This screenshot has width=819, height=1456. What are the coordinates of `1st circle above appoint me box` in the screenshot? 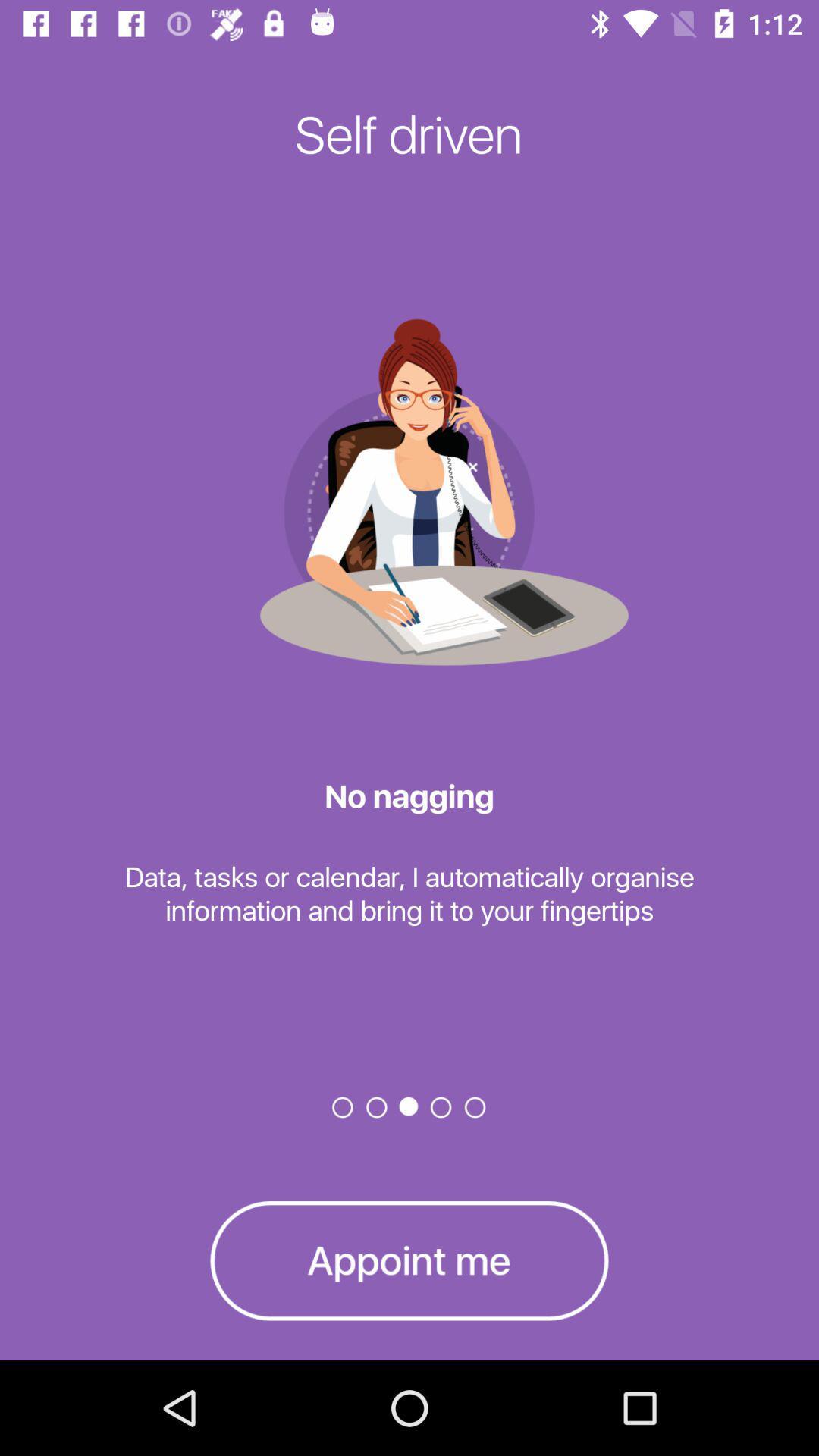 It's located at (343, 1106).